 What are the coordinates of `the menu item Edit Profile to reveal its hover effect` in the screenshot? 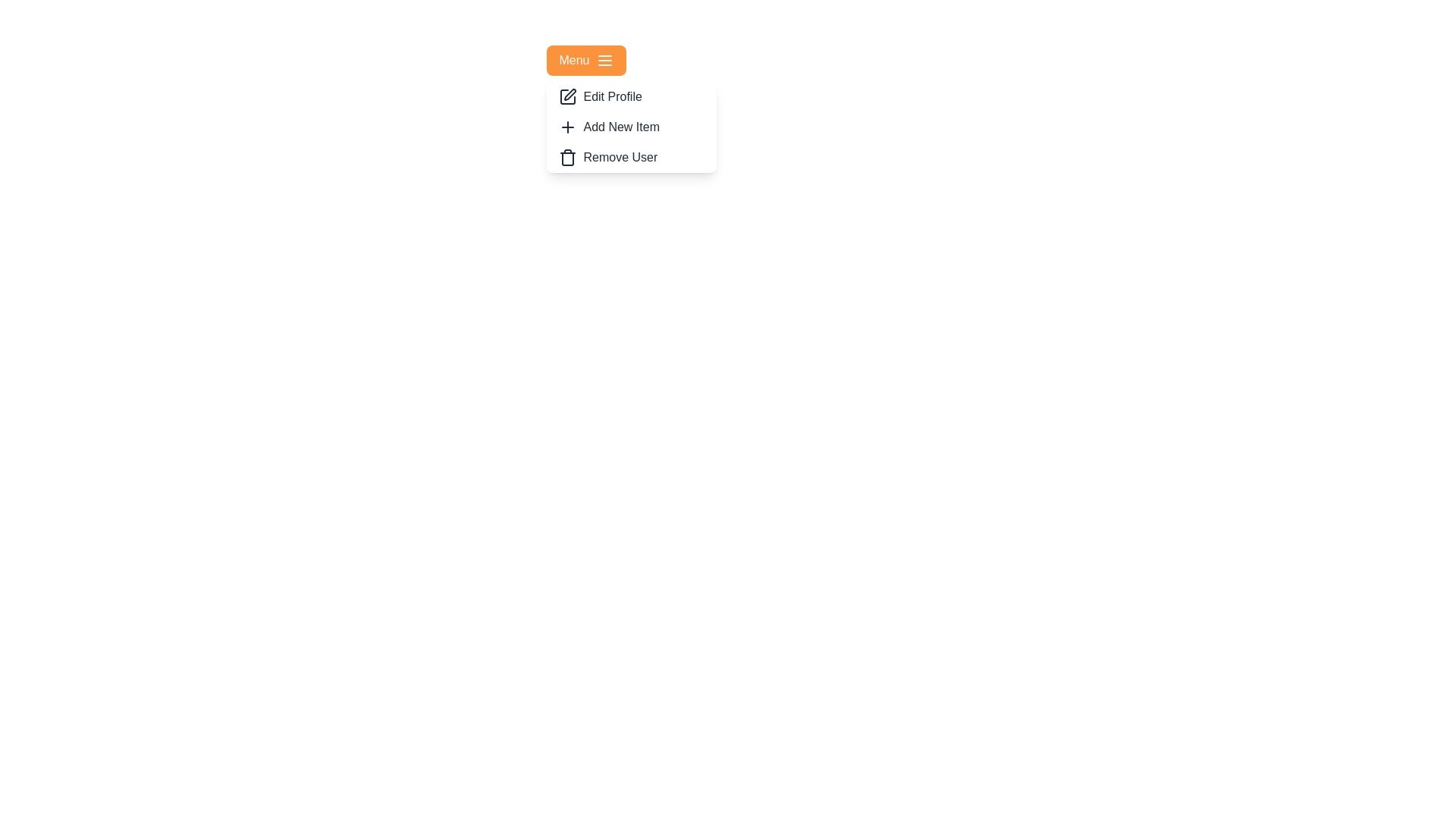 It's located at (632, 96).